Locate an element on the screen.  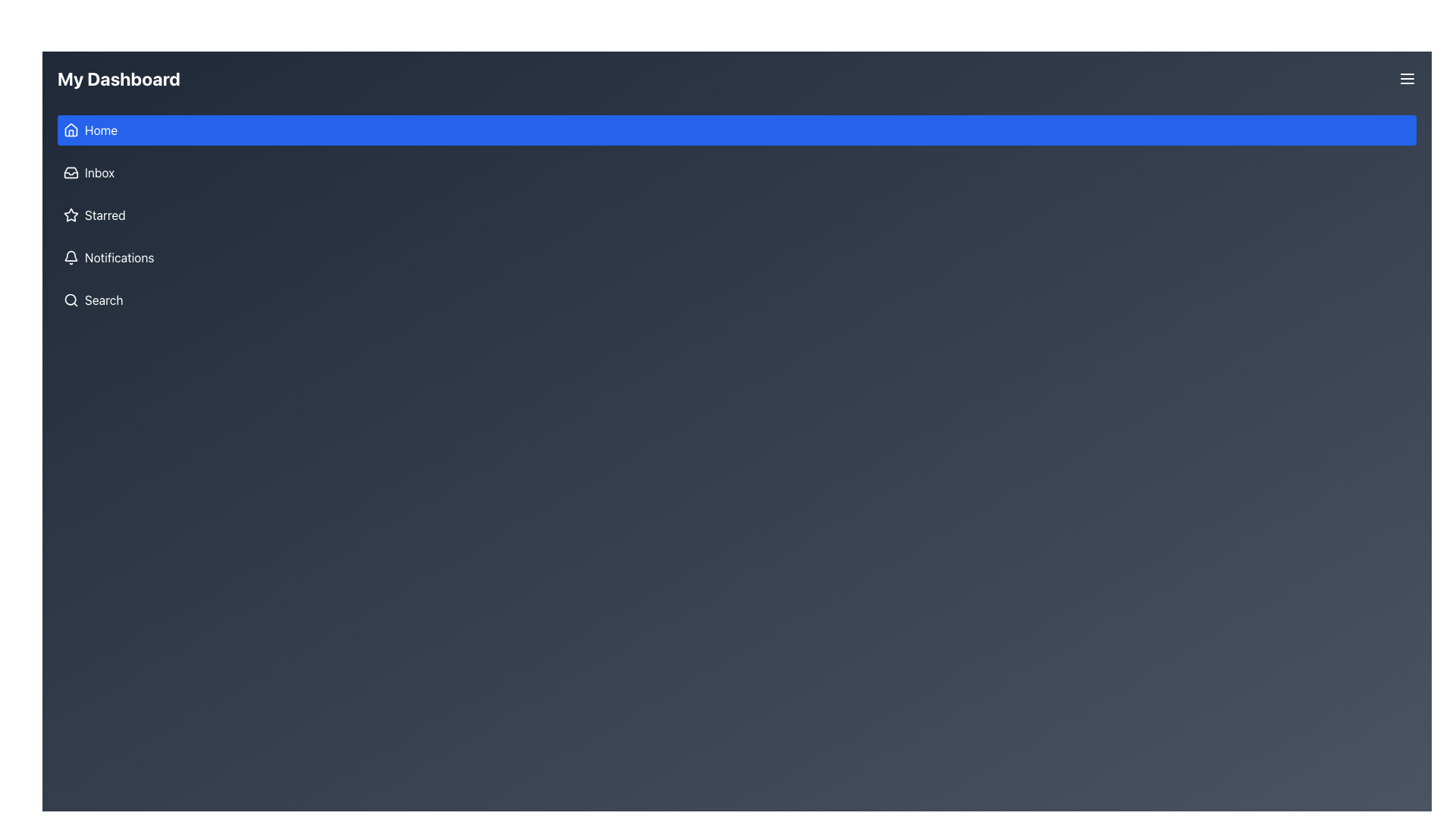
the notification icon located in the sidebar, which is the fourth entry from the top and precedes the text 'Notifications' is located at coordinates (71, 256).